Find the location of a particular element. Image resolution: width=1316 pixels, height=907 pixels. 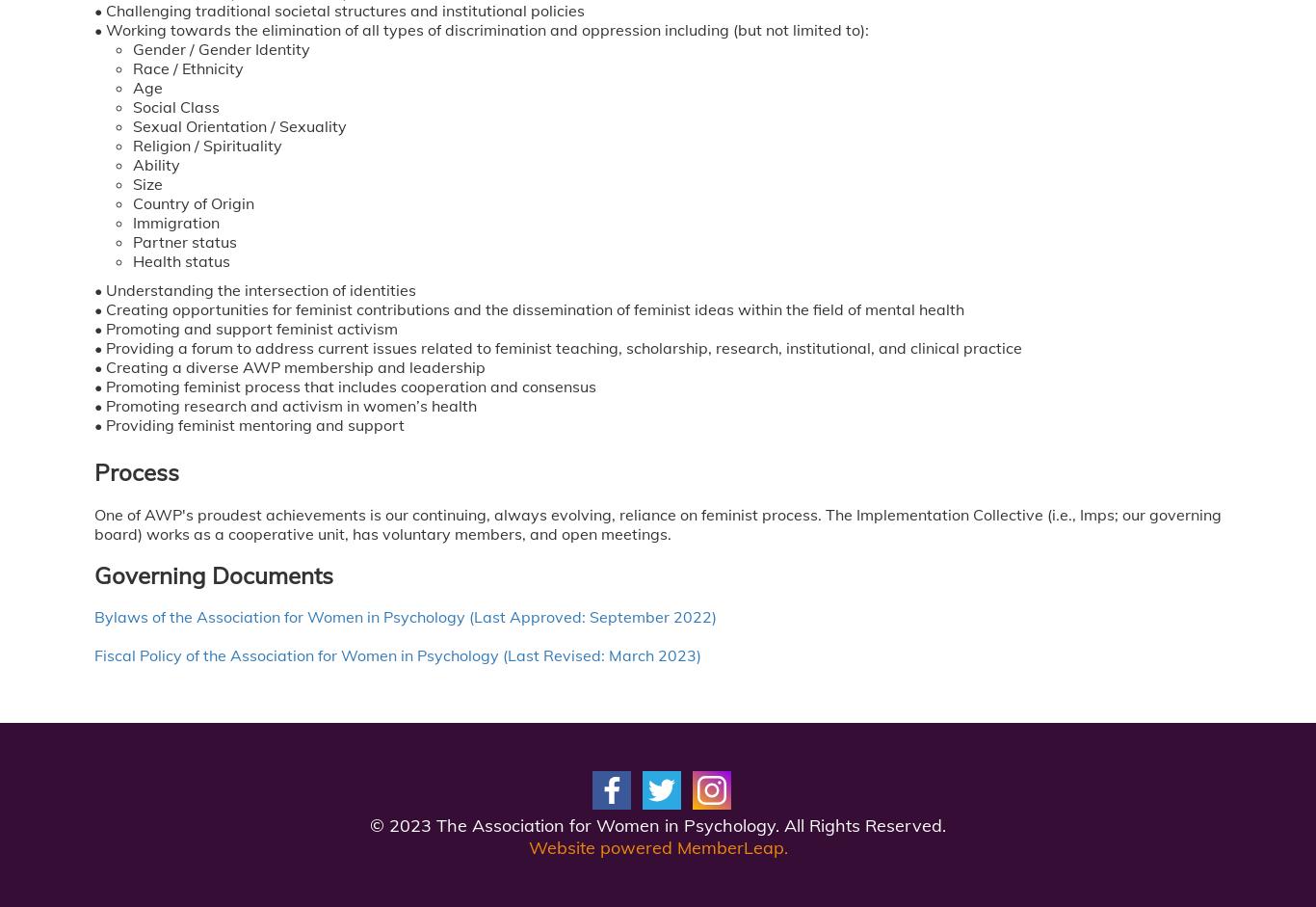

'• Working towards the elimination of all types of discrimination and oppression including (but not limited to):' is located at coordinates (481, 29).